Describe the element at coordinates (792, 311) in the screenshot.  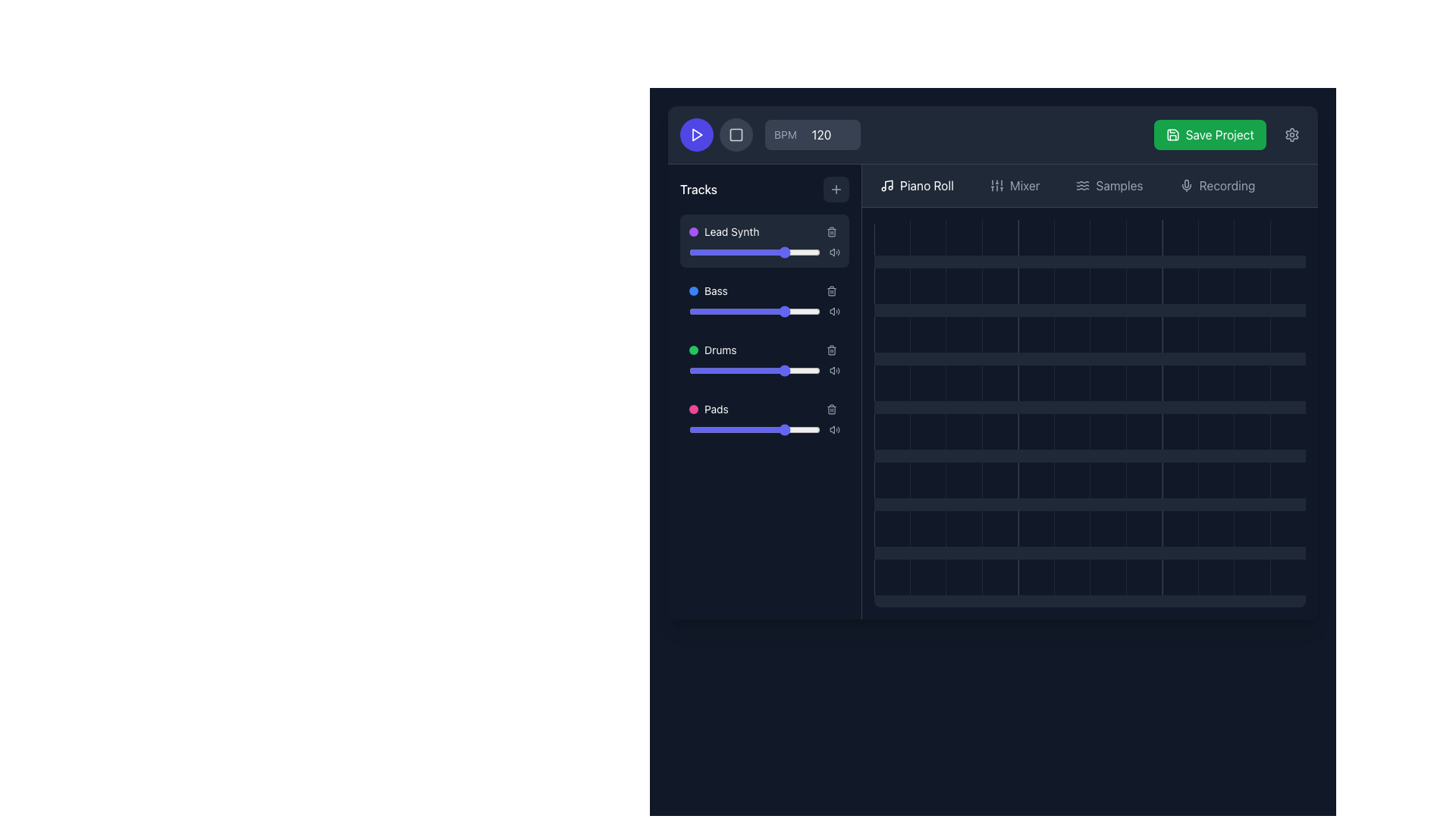
I see `the bass level` at that location.